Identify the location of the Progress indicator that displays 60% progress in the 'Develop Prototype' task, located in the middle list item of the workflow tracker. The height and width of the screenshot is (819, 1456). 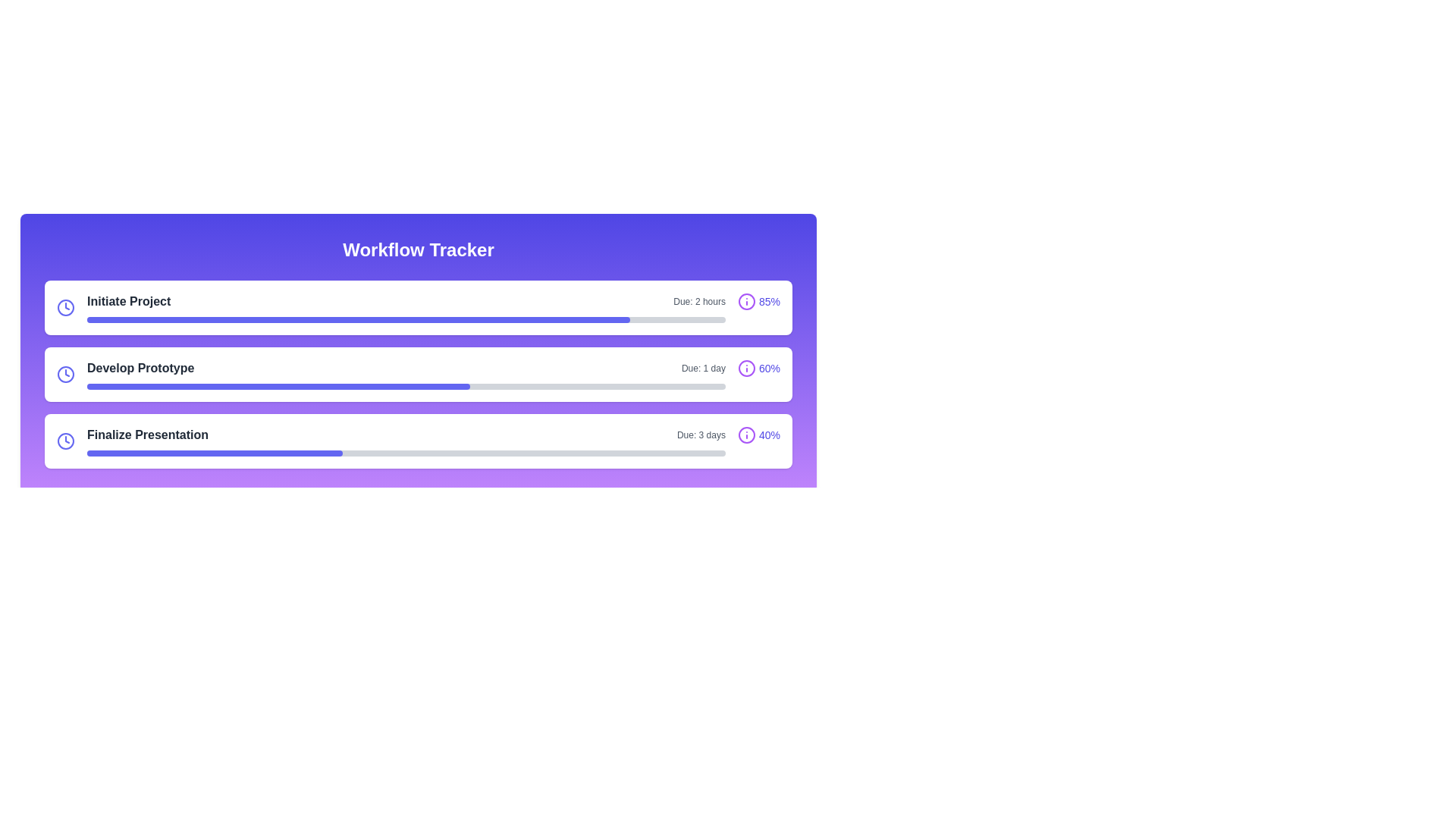
(278, 385).